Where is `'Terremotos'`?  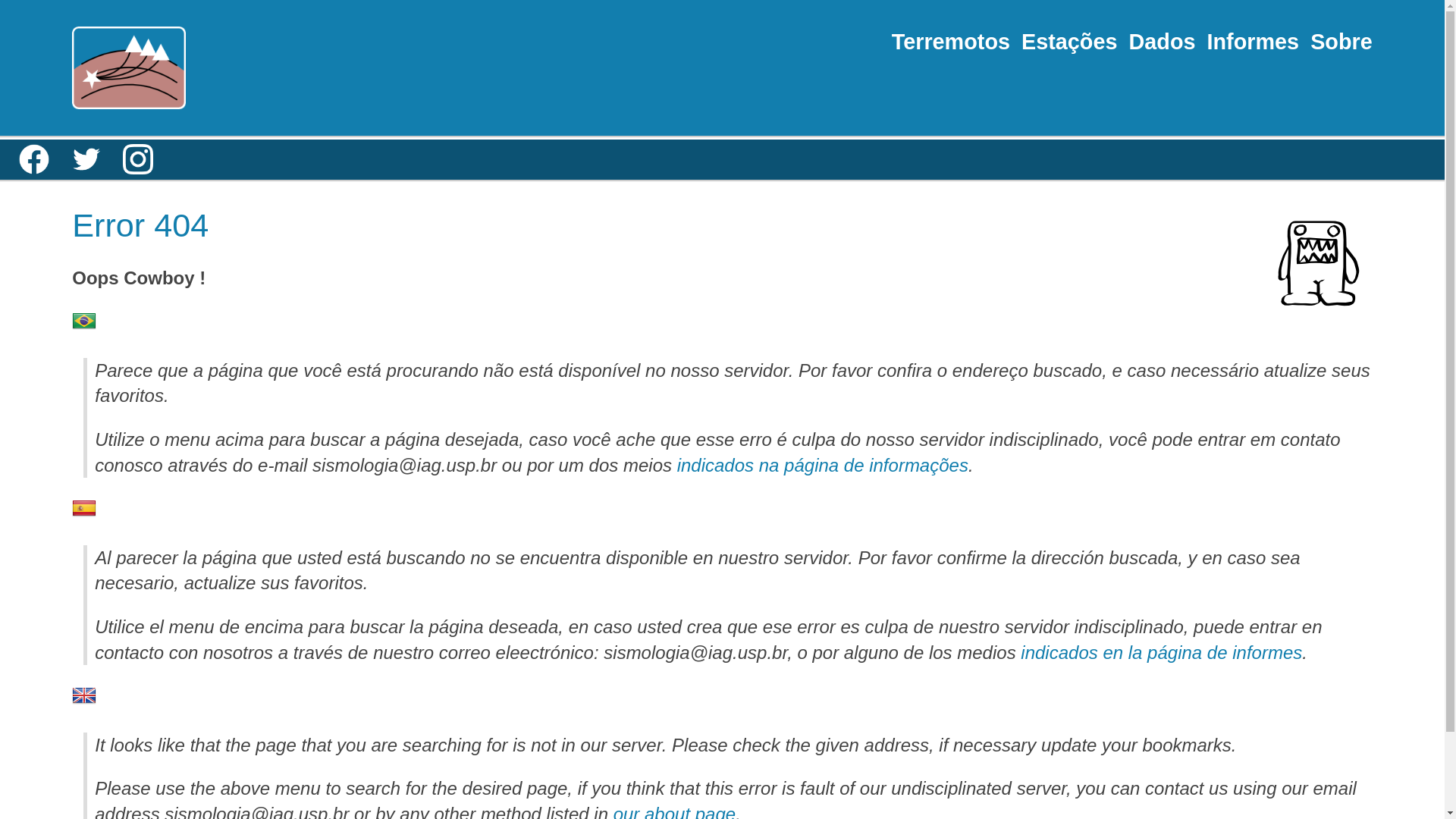 'Terremotos' is located at coordinates (892, 40).